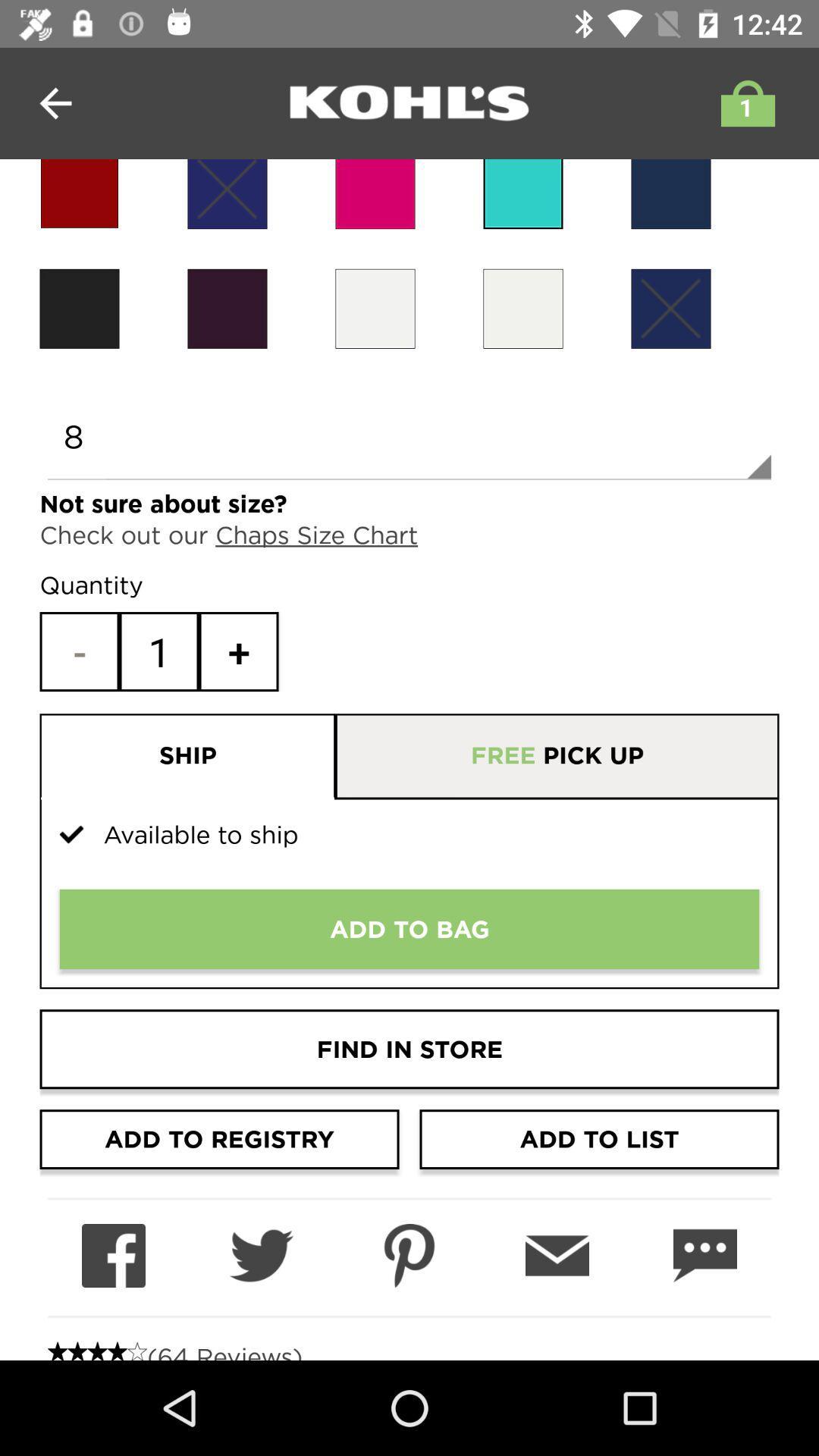  What do you see at coordinates (79, 193) in the screenshot?
I see `red color choice` at bounding box center [79, 193].